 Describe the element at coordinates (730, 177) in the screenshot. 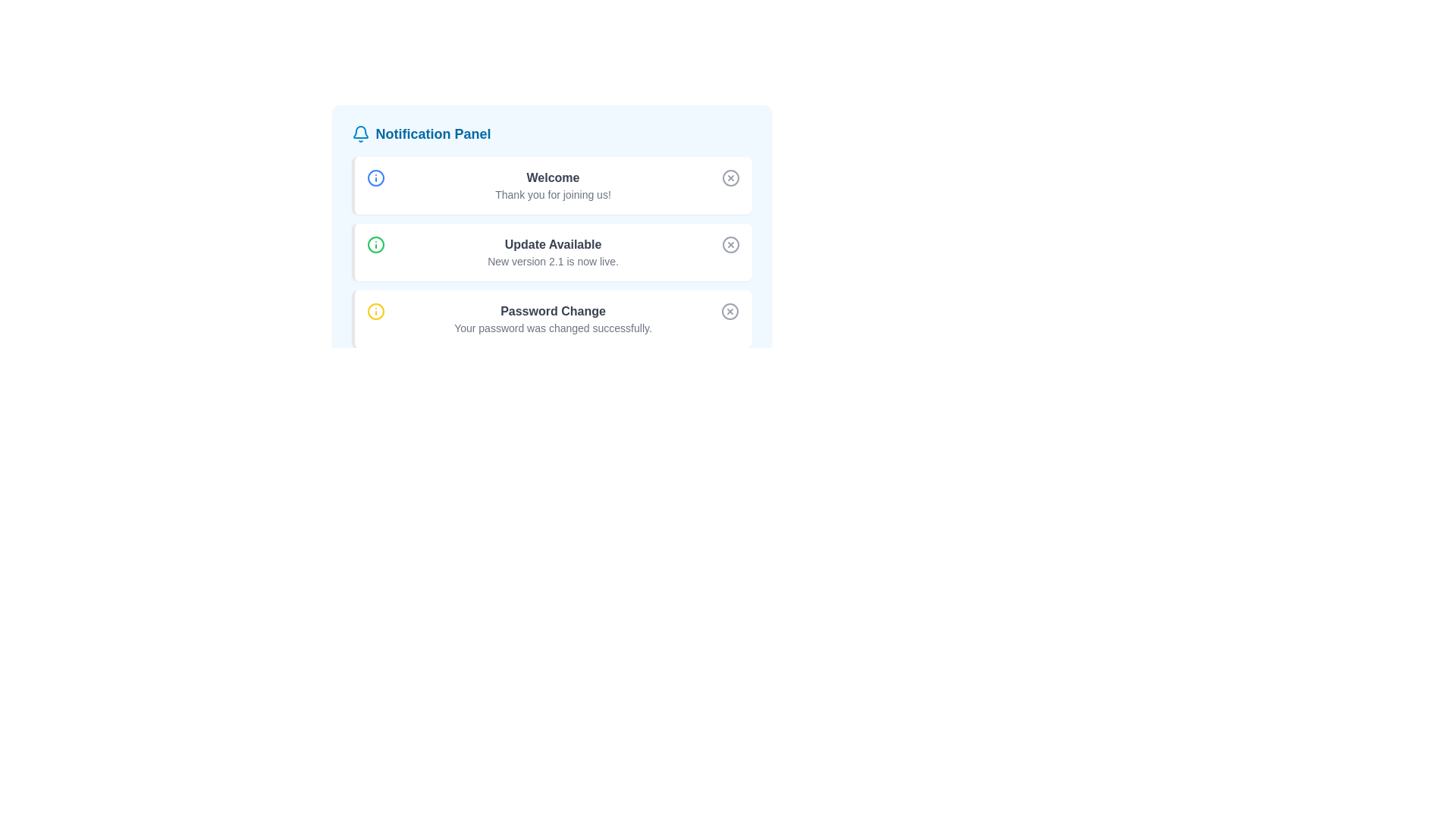

I see `the action button located at the top-right corner of the card containing the text 'Welcome' and 'Thank you for joining us!'` at that location.